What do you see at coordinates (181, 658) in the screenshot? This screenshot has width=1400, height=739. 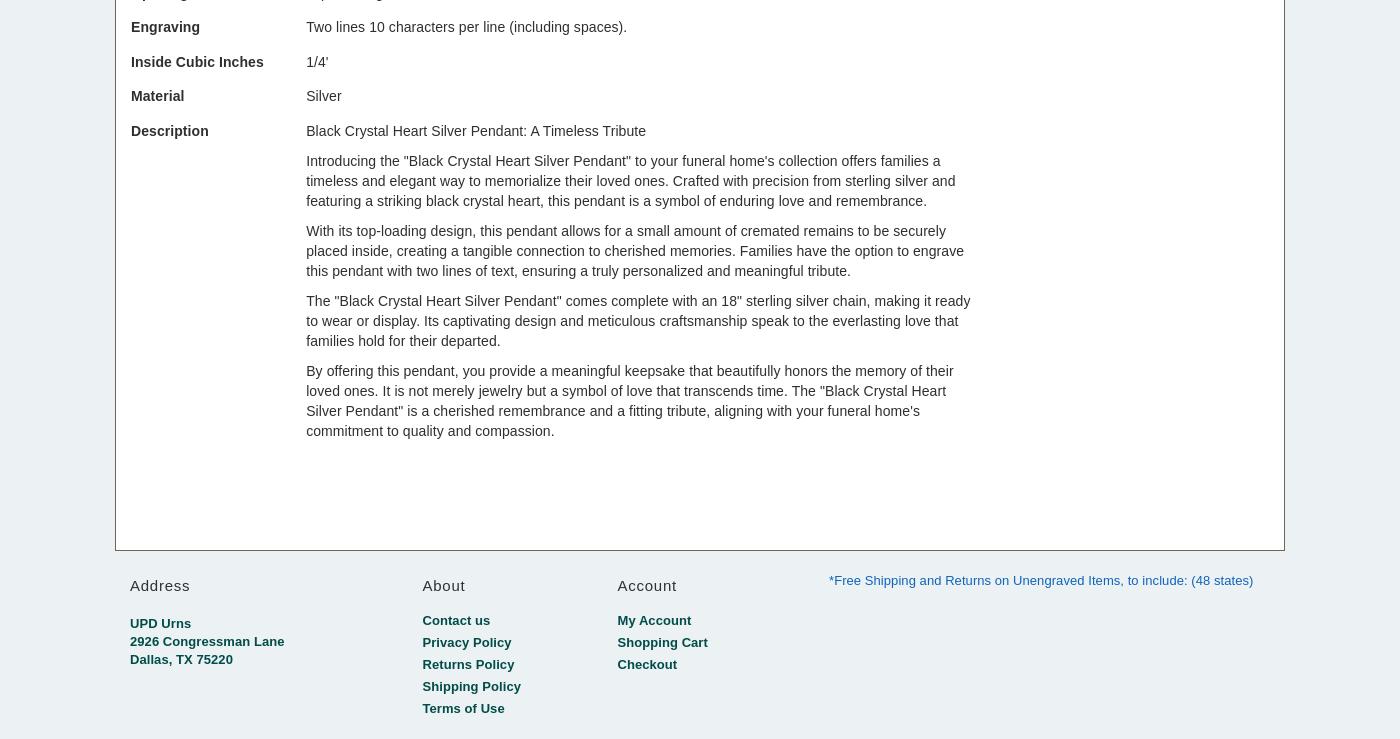 I see `'Dallas, TX 75220'` at bounding box center [181, 658].